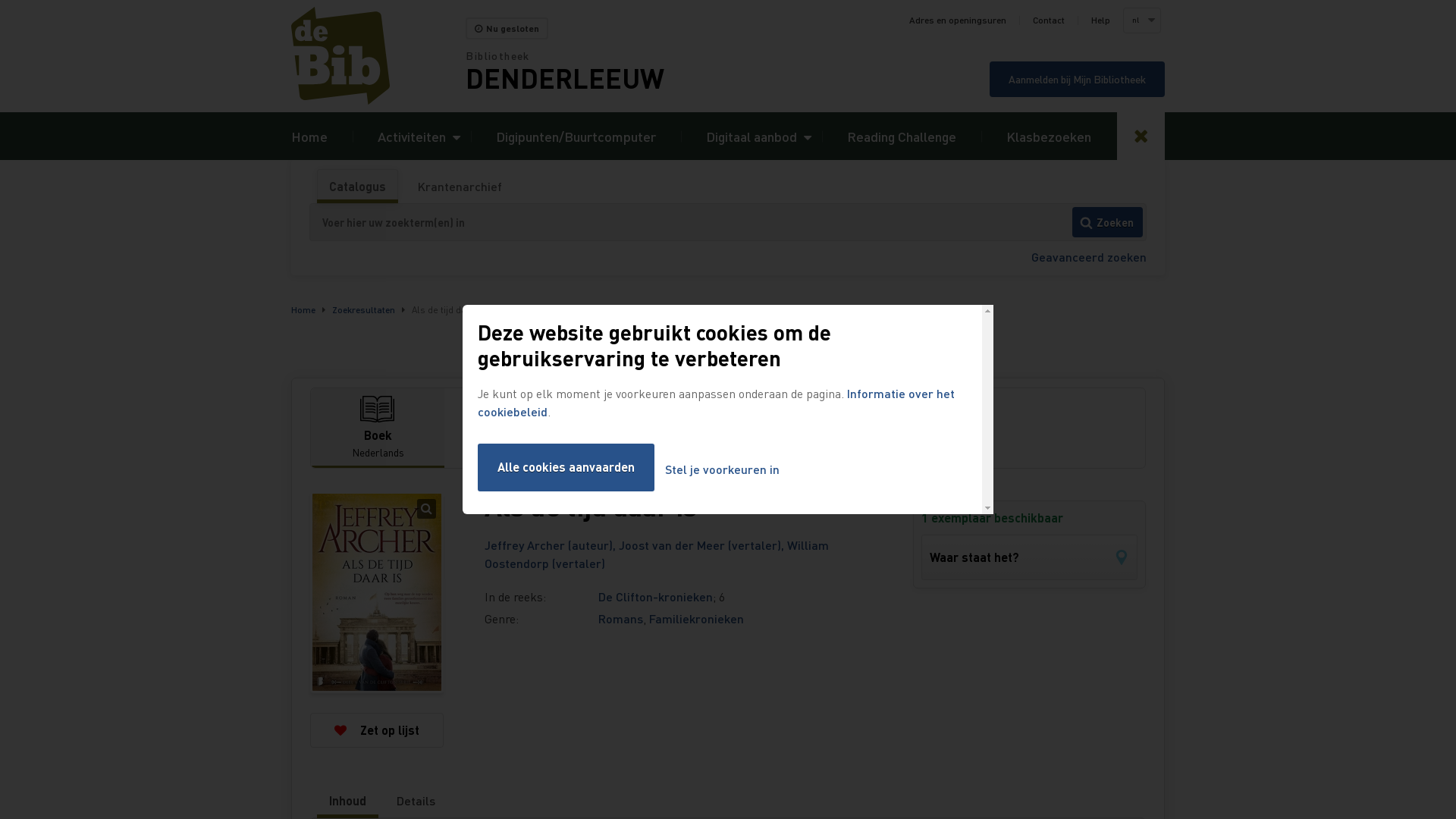 Image resolution: width=1456 pixels, height=819 pixels. Describe the element at coordinates (1029, 557) in the screenshot. I see `'Waar staat het?'` at that location.